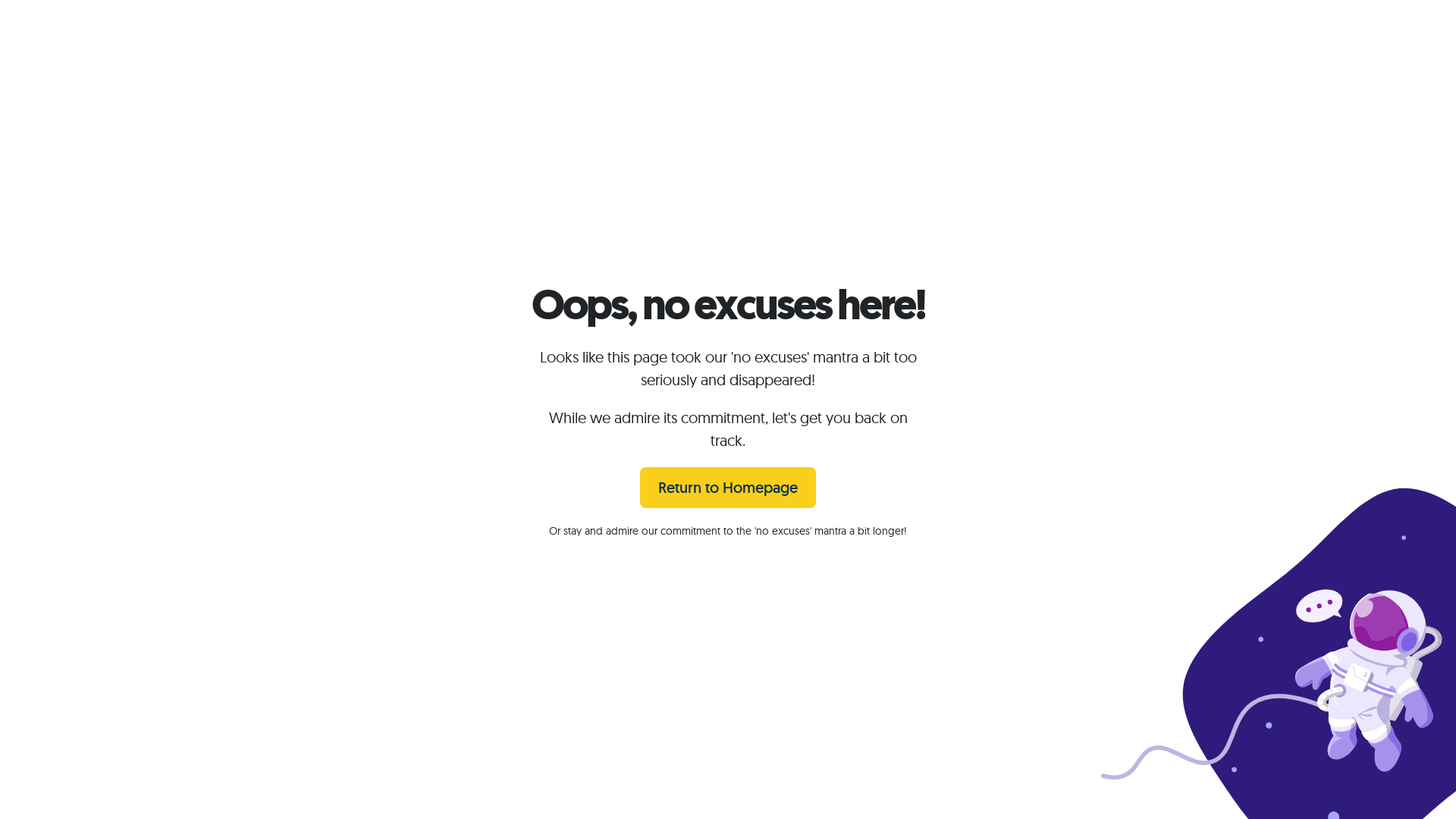 The image size is (1456, 819). What do you see at coordinates (728, 488) in the screenshot?
I see `'Return to Homepage'` at bounding box center [728, 488].